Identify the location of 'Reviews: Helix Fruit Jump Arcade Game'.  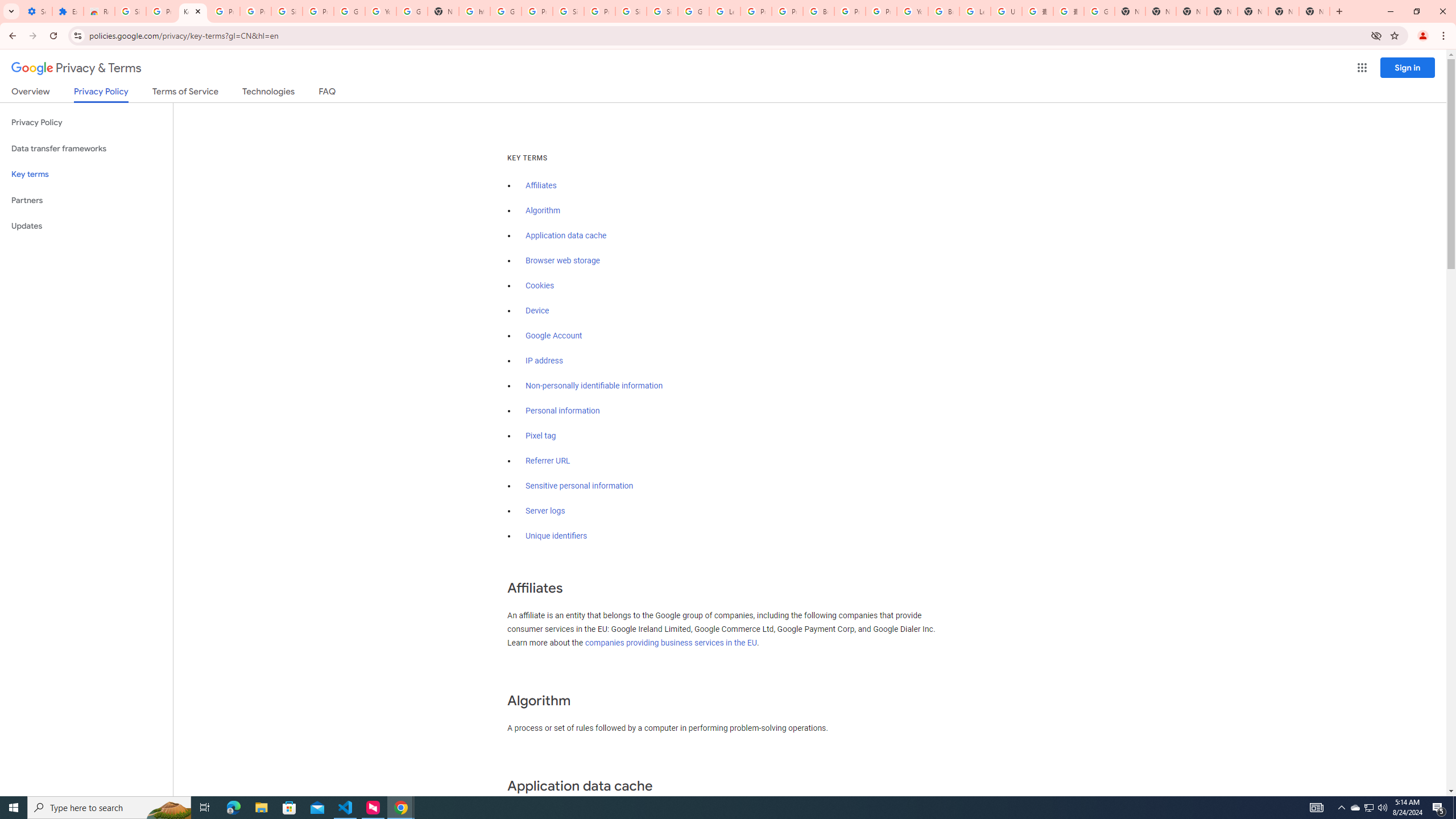
(99, 11).